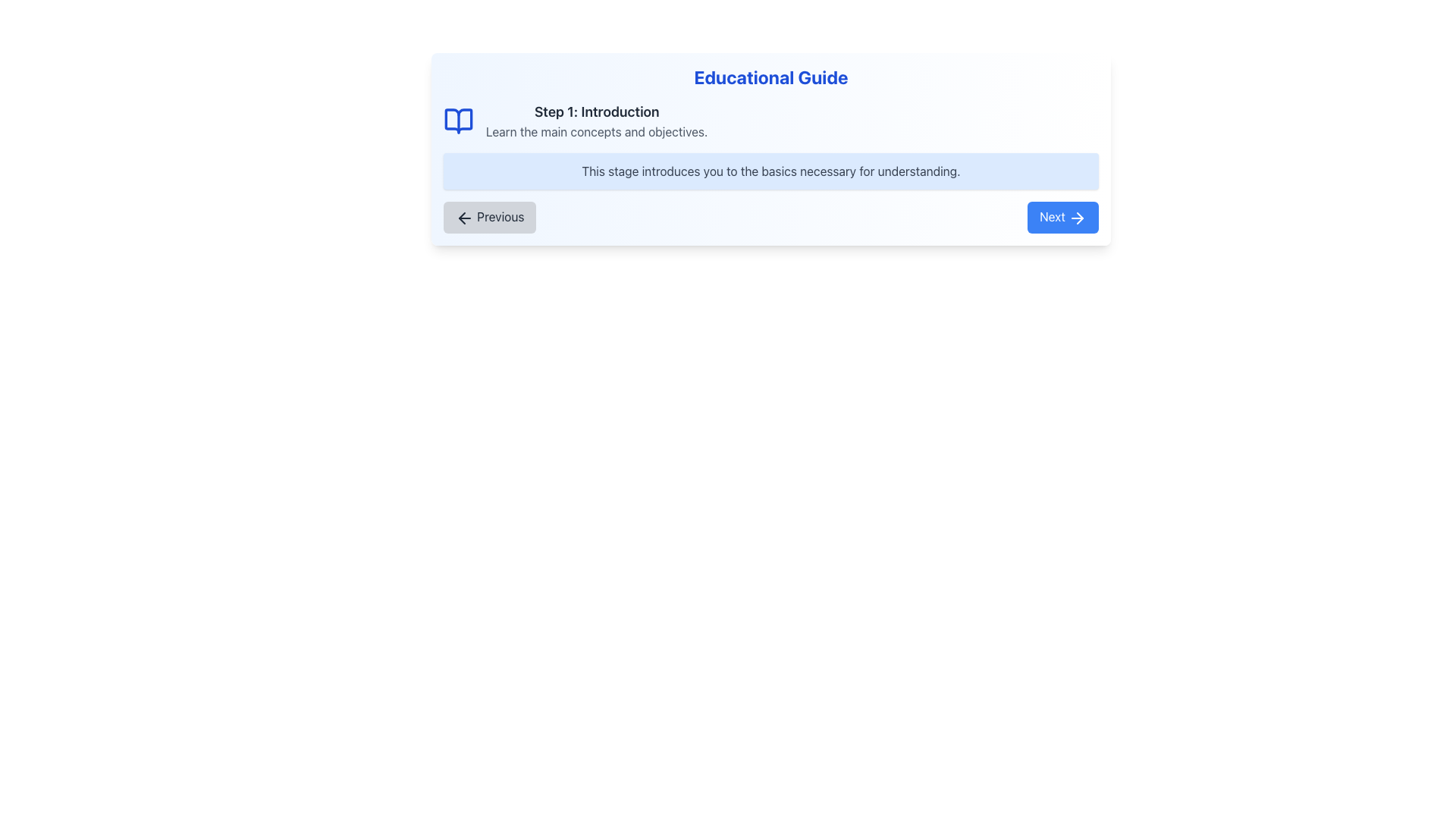 Image resolution: width=1456 pixels, height=819 pixels. Describe the element at coordinates (464, 217) in the screenshot. I see `the left-pointing arrow icon within the 'Previous' button` at that location.